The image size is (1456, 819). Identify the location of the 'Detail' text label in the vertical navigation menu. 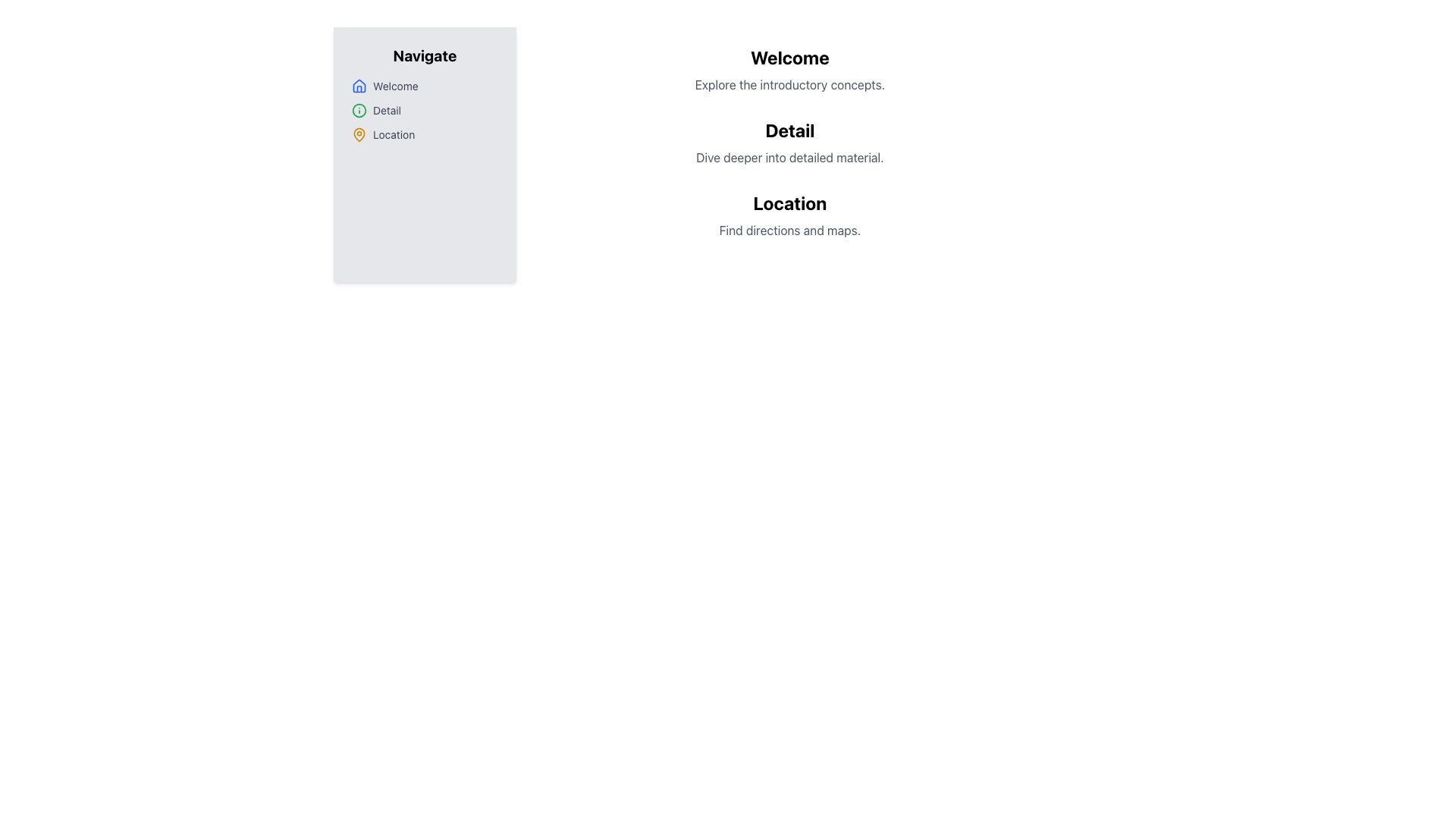
(387, 110).